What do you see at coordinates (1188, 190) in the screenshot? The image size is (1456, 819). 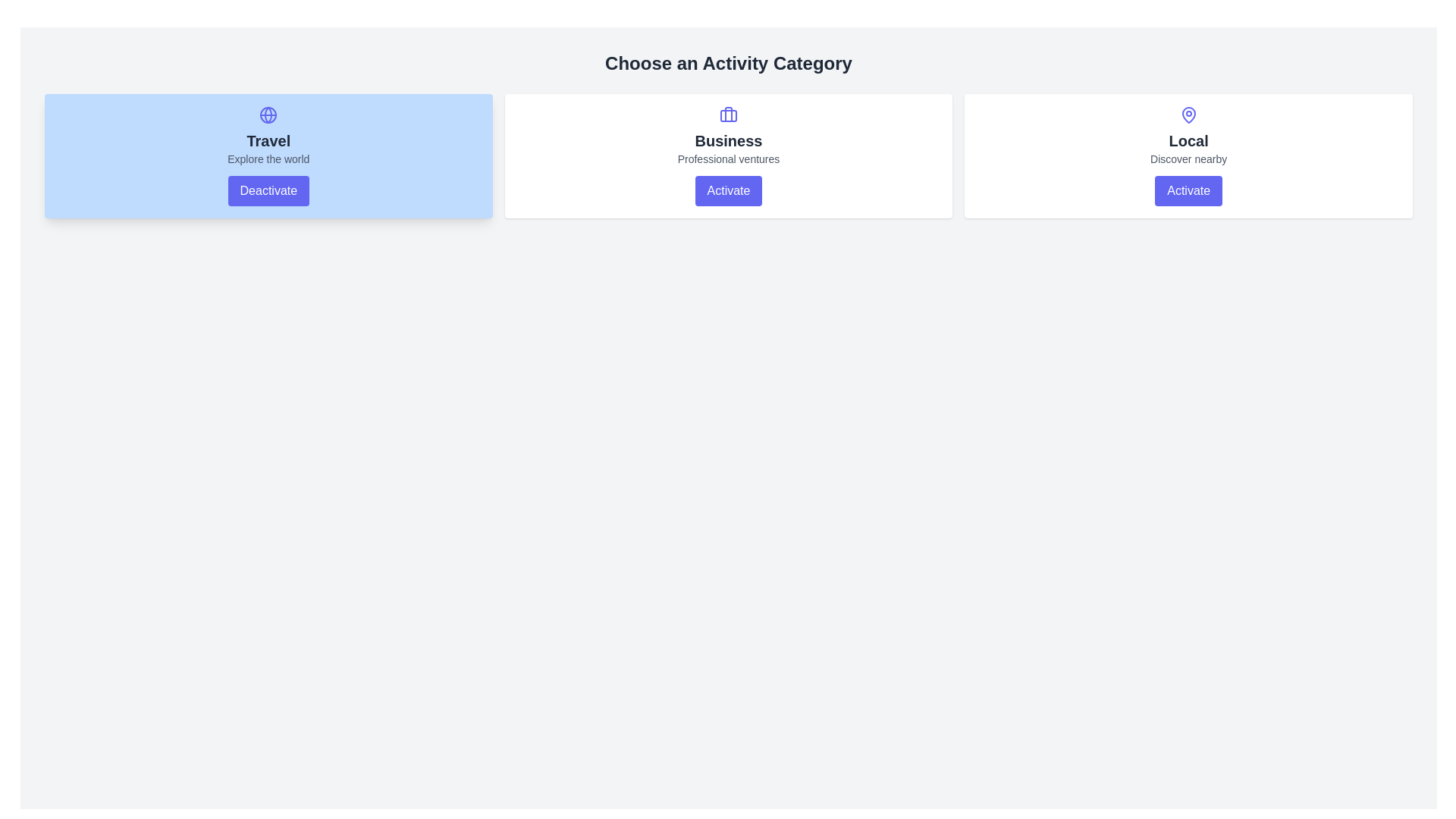 I see `the 'Activate' button located at the bottom center of the 'Local' card` at bounding box center [1188, 190].